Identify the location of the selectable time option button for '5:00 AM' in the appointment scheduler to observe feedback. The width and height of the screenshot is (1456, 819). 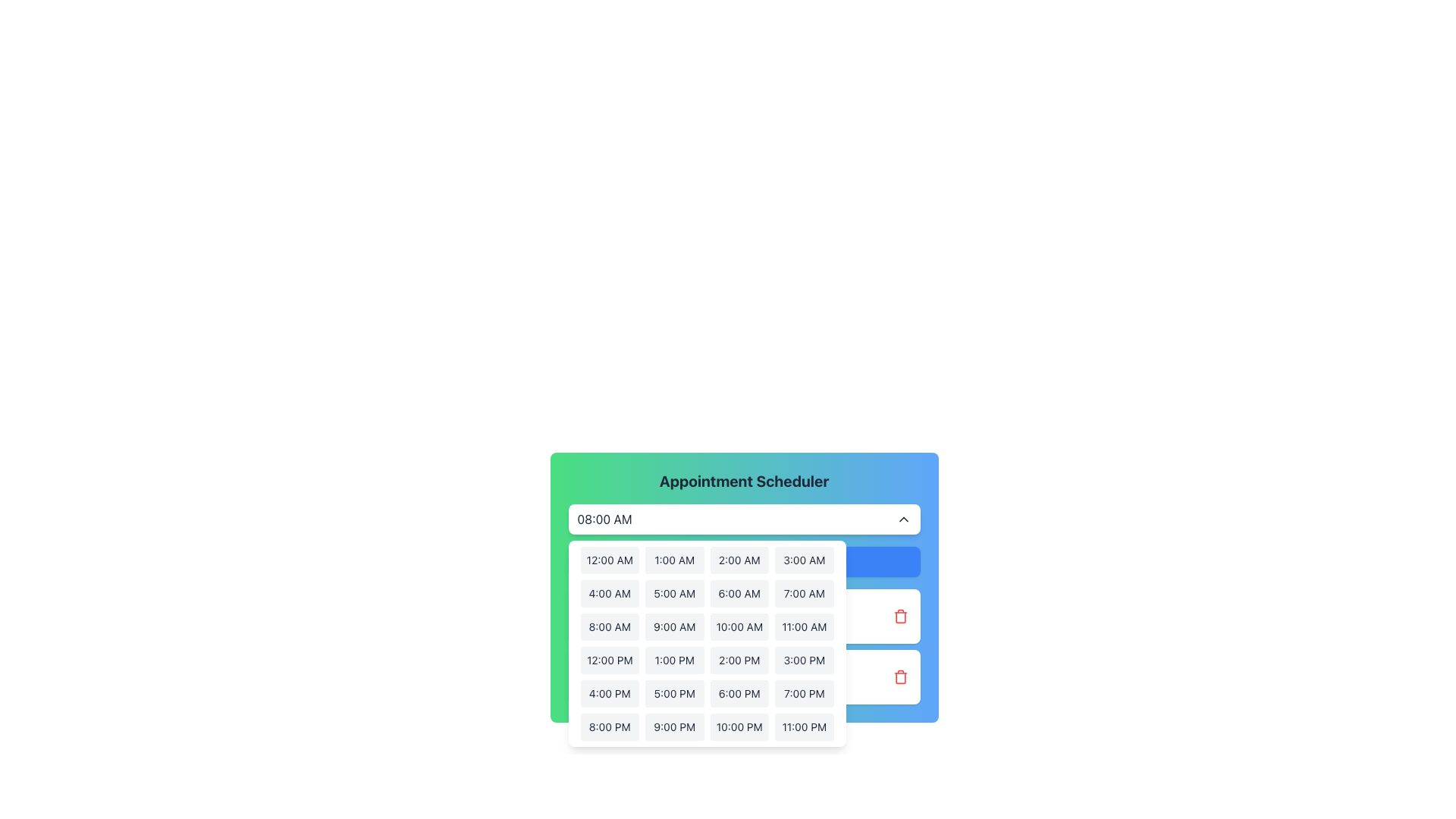
(673, 593).